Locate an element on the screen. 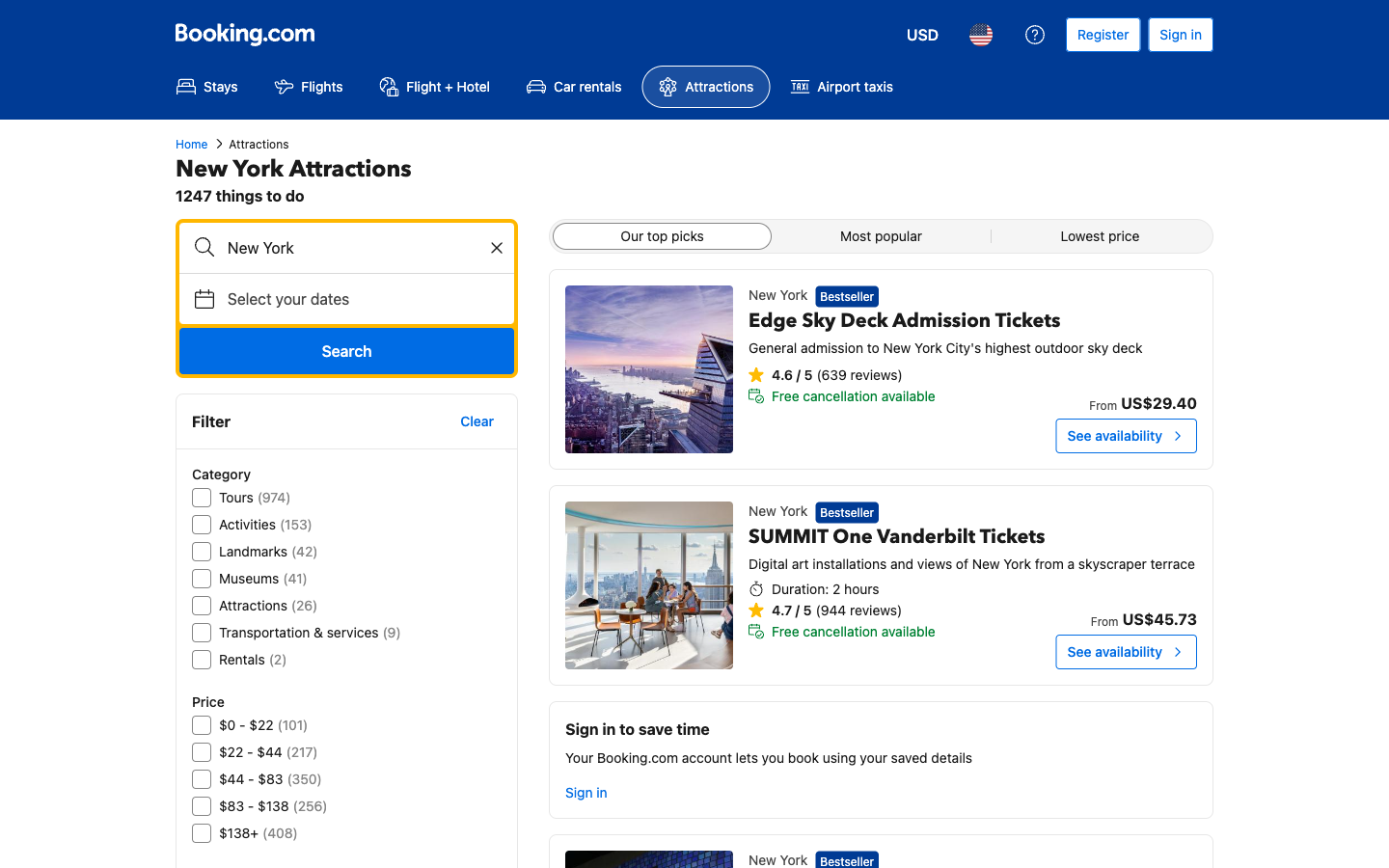  Switch to the next currency option from the current one is located at coordinates (922, 34).